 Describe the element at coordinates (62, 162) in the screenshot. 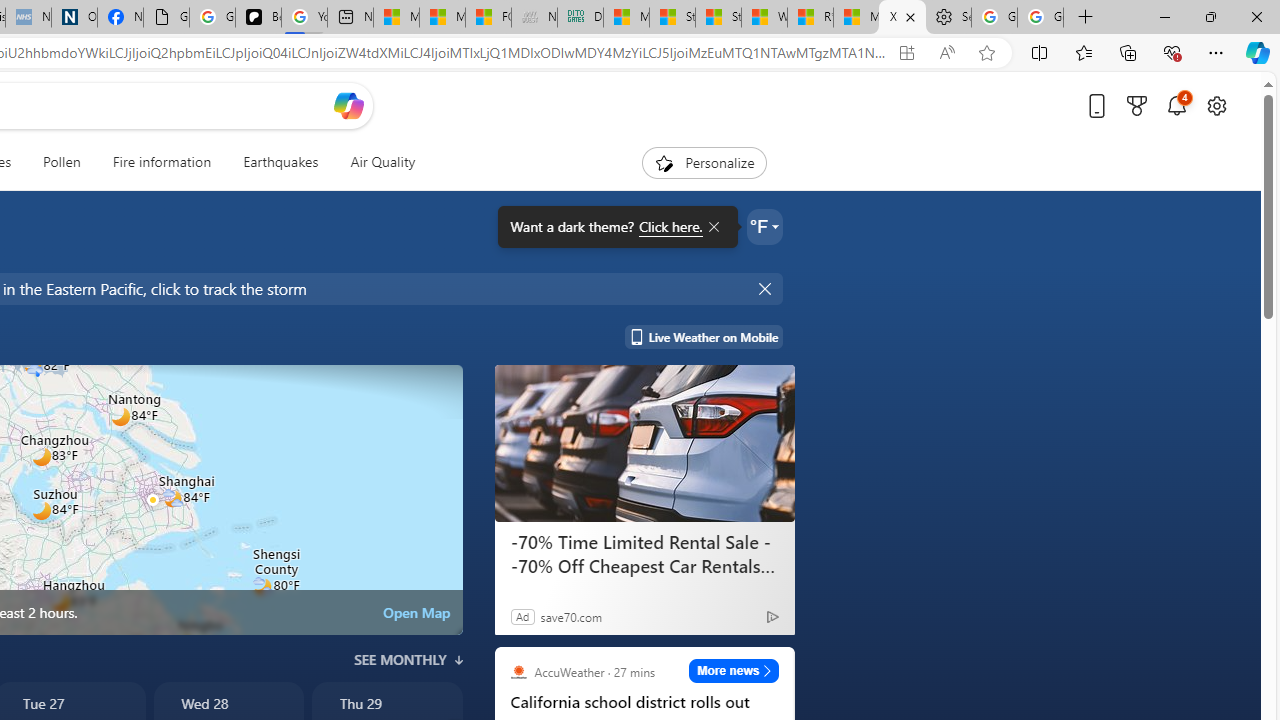

I see `'Pollen'` at that location.